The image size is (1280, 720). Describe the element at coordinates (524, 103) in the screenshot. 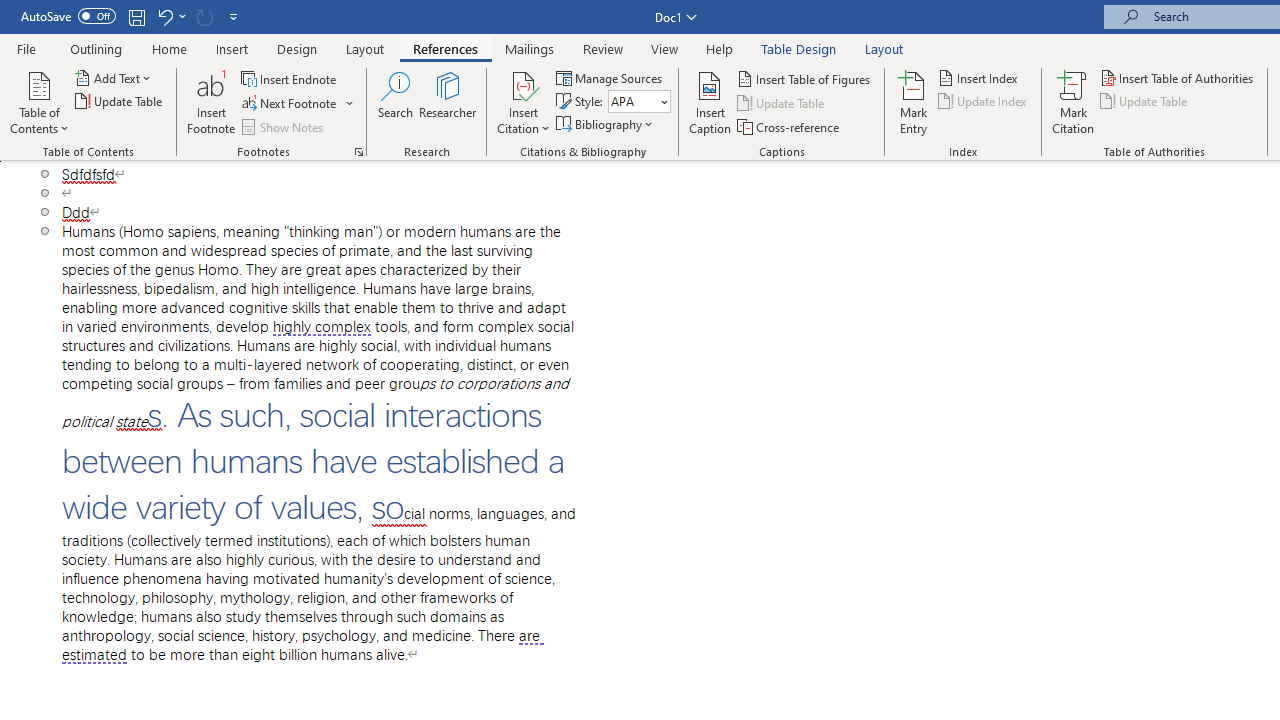

I see `'Insert Citation'` at that location.